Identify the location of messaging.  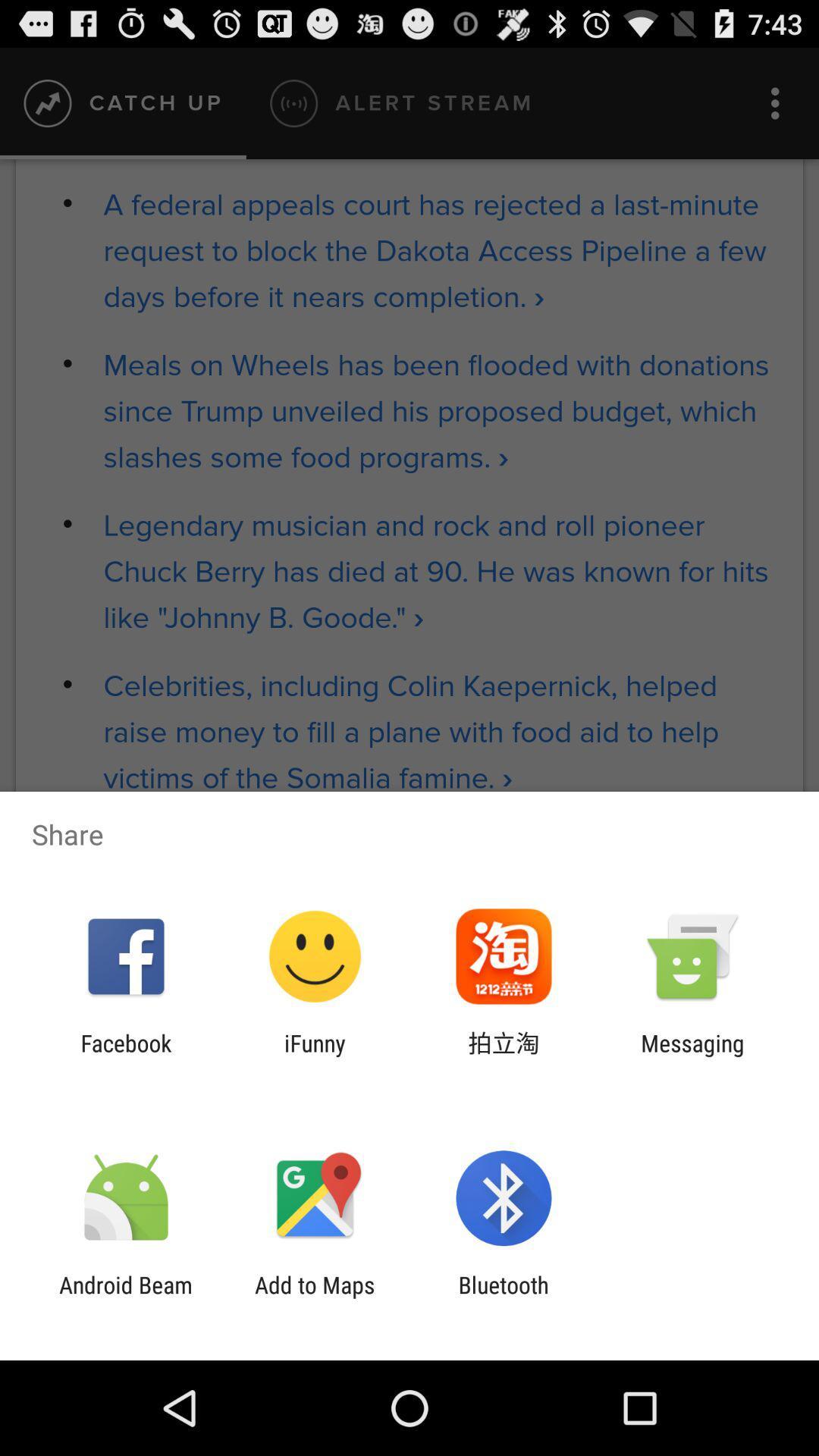
(692, 1056).